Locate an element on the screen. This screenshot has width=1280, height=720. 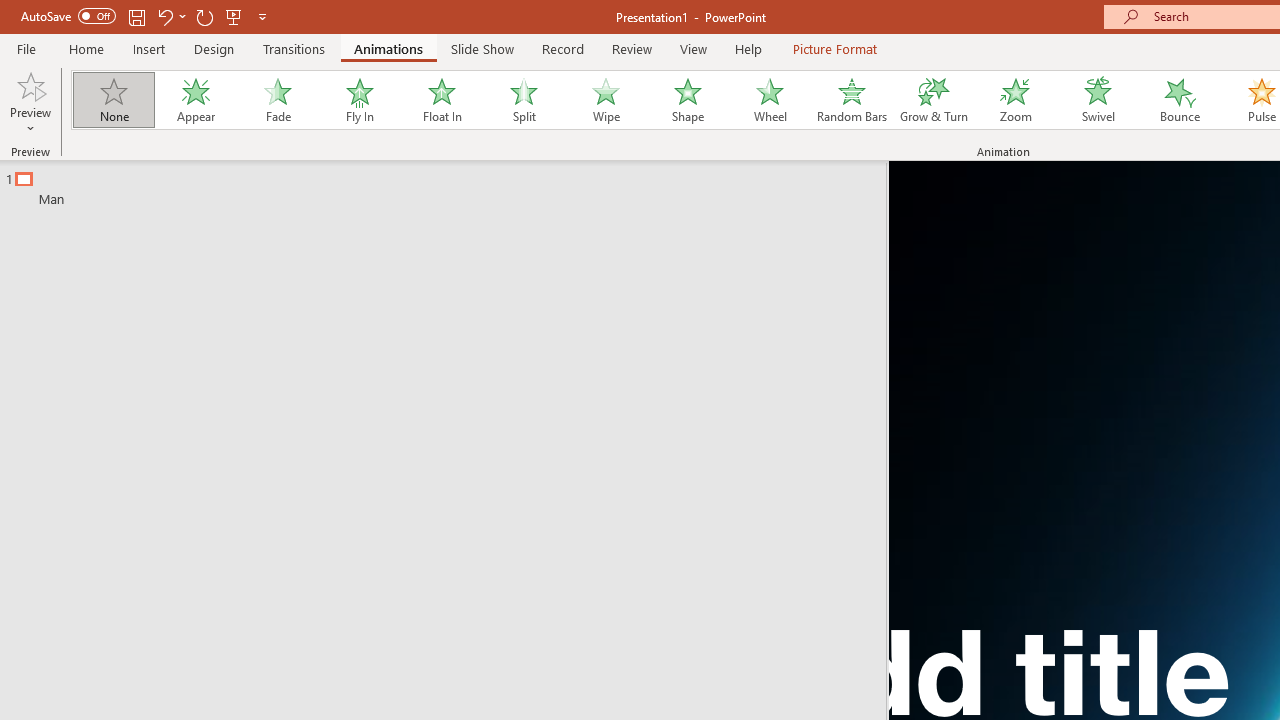
'Grow & Turn' is located at coordinates (933, 100).